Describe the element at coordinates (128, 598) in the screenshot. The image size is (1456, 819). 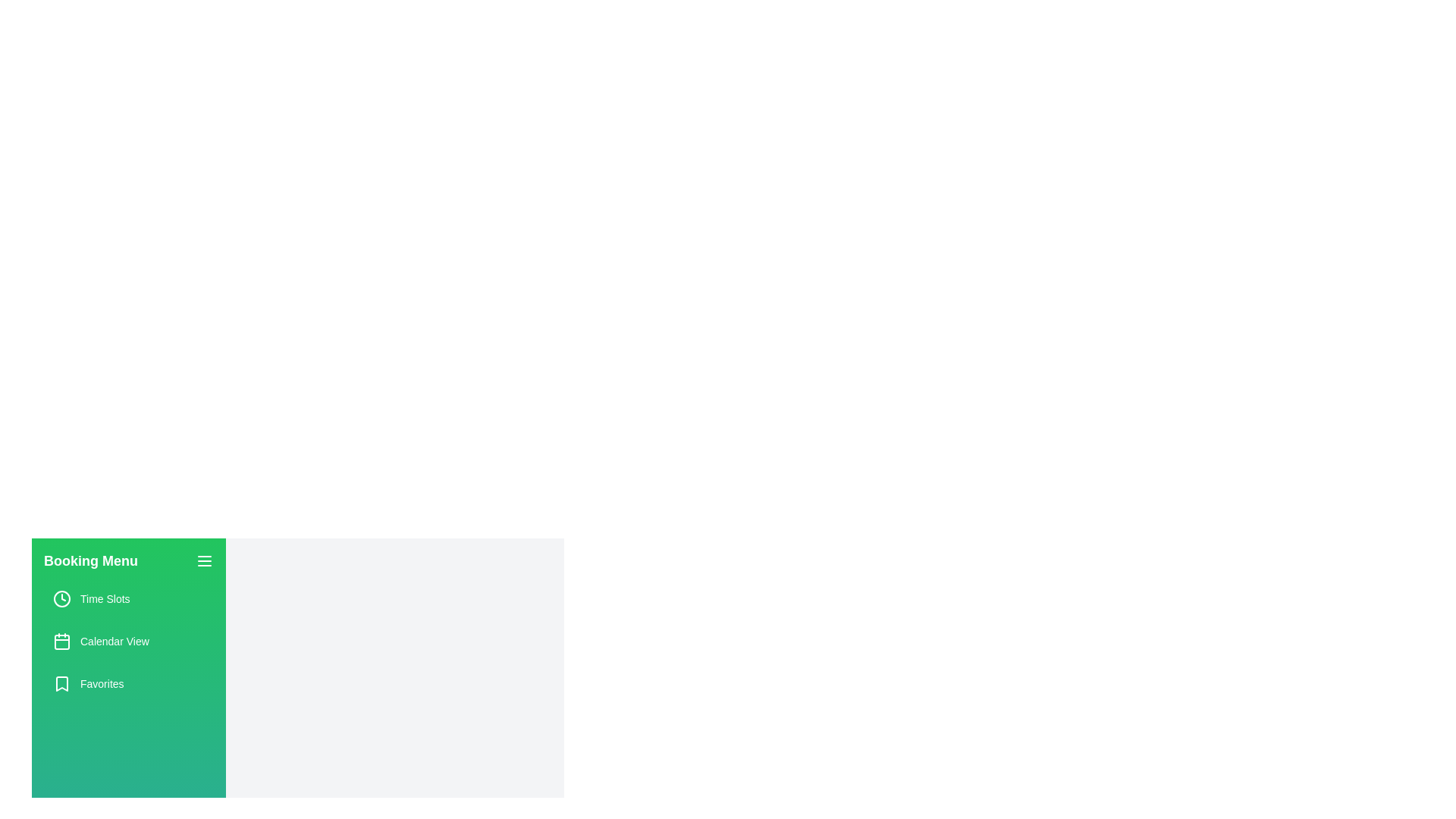
I see `the menu option Time Slots` at that location.